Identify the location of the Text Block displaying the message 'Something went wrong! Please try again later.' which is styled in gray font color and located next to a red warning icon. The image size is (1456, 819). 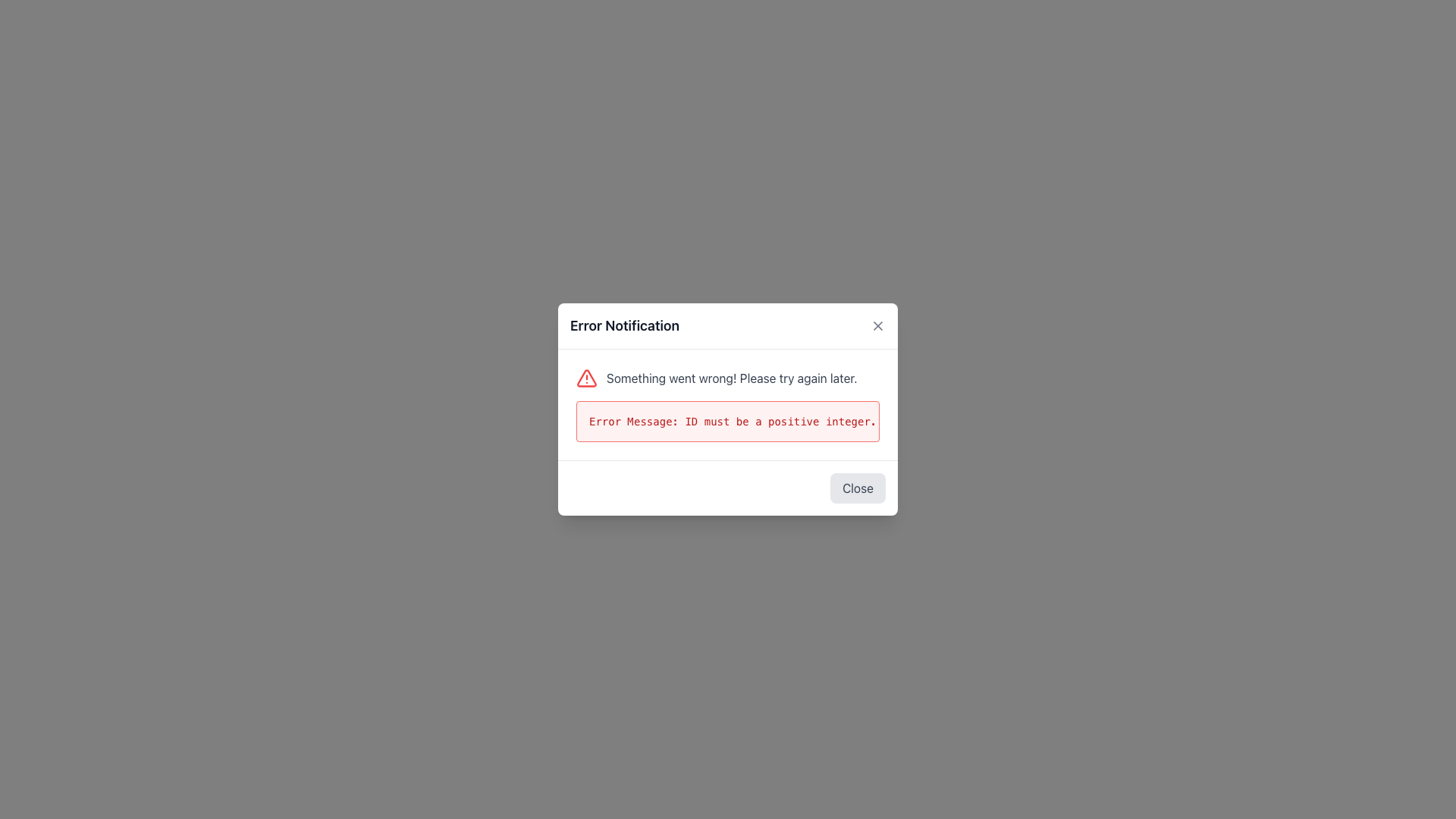
(732, 377).